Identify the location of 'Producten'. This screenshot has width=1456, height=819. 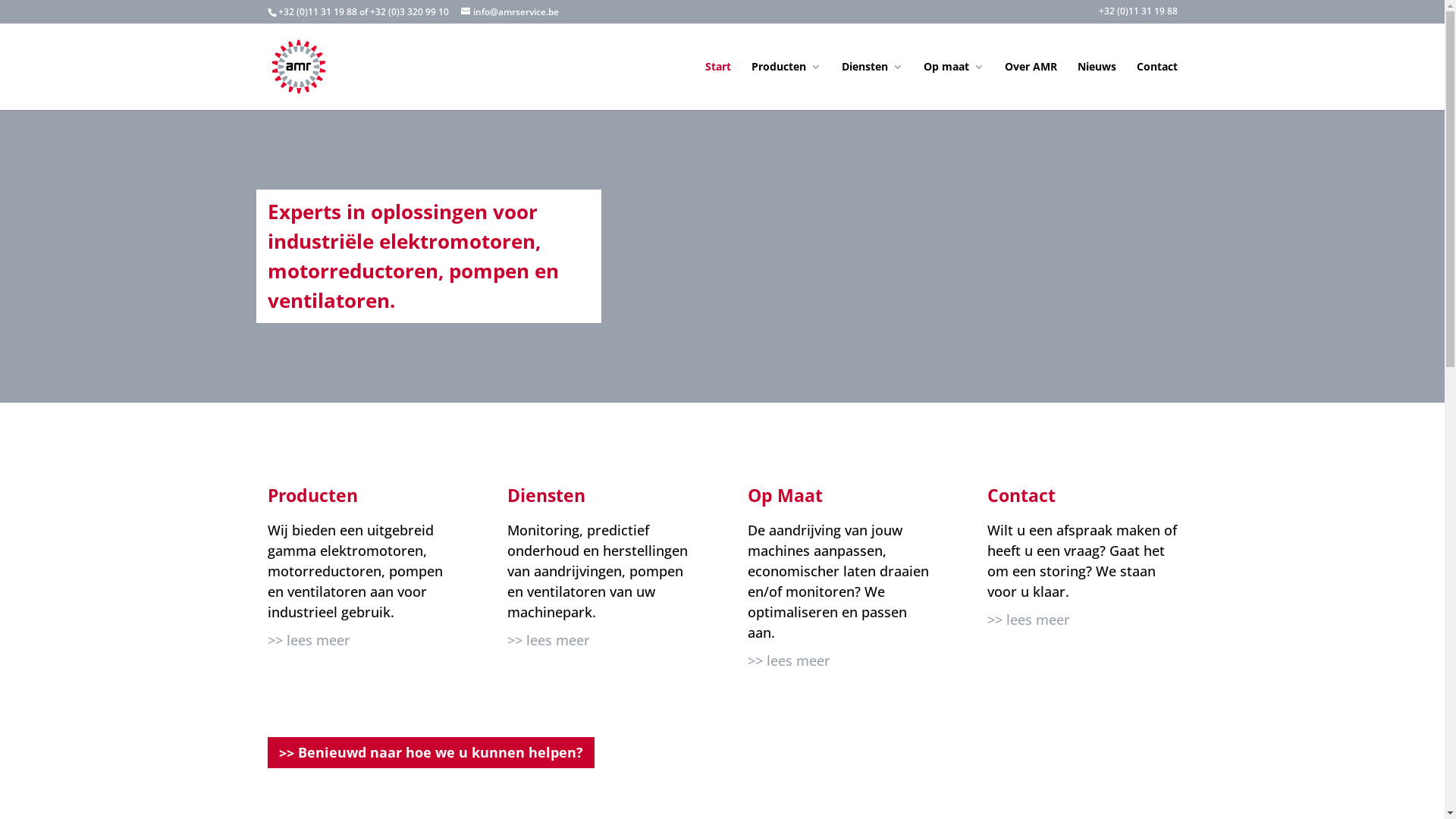
(786, 85).